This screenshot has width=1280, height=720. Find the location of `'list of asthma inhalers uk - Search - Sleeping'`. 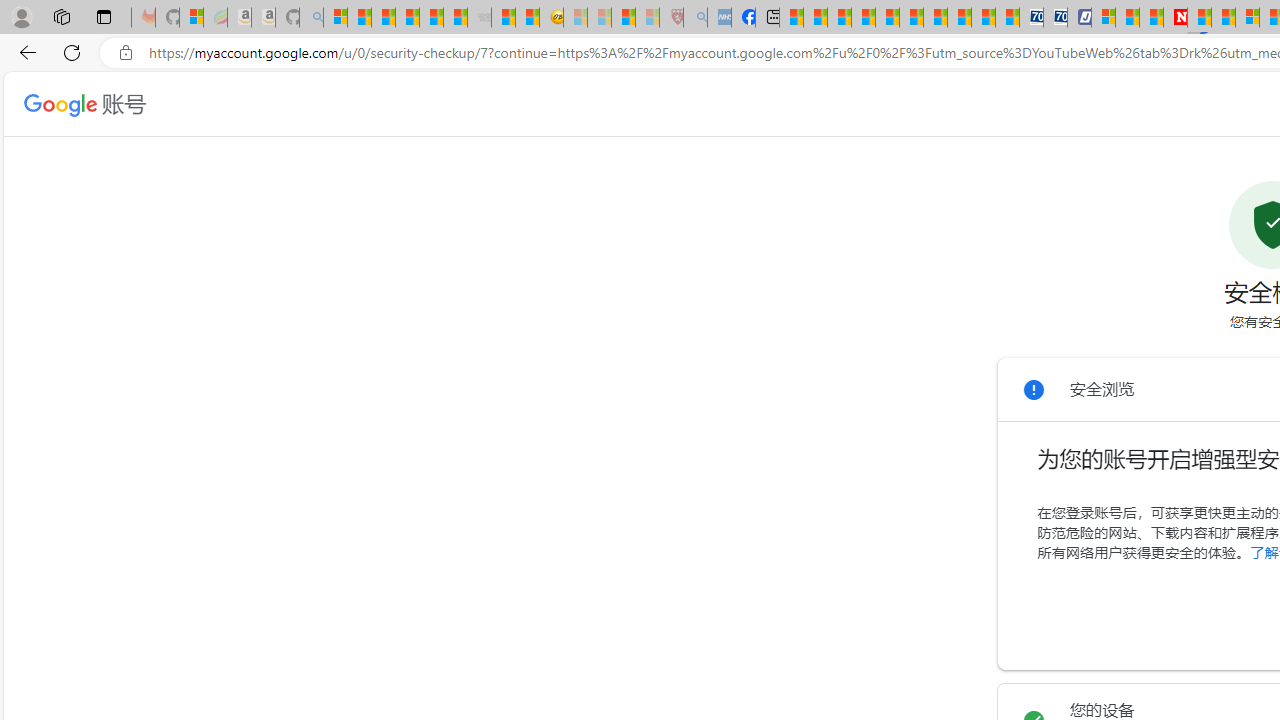

'list of asthma inhalers uk - Search - Sleeping' is located at coordinates (695, 17).